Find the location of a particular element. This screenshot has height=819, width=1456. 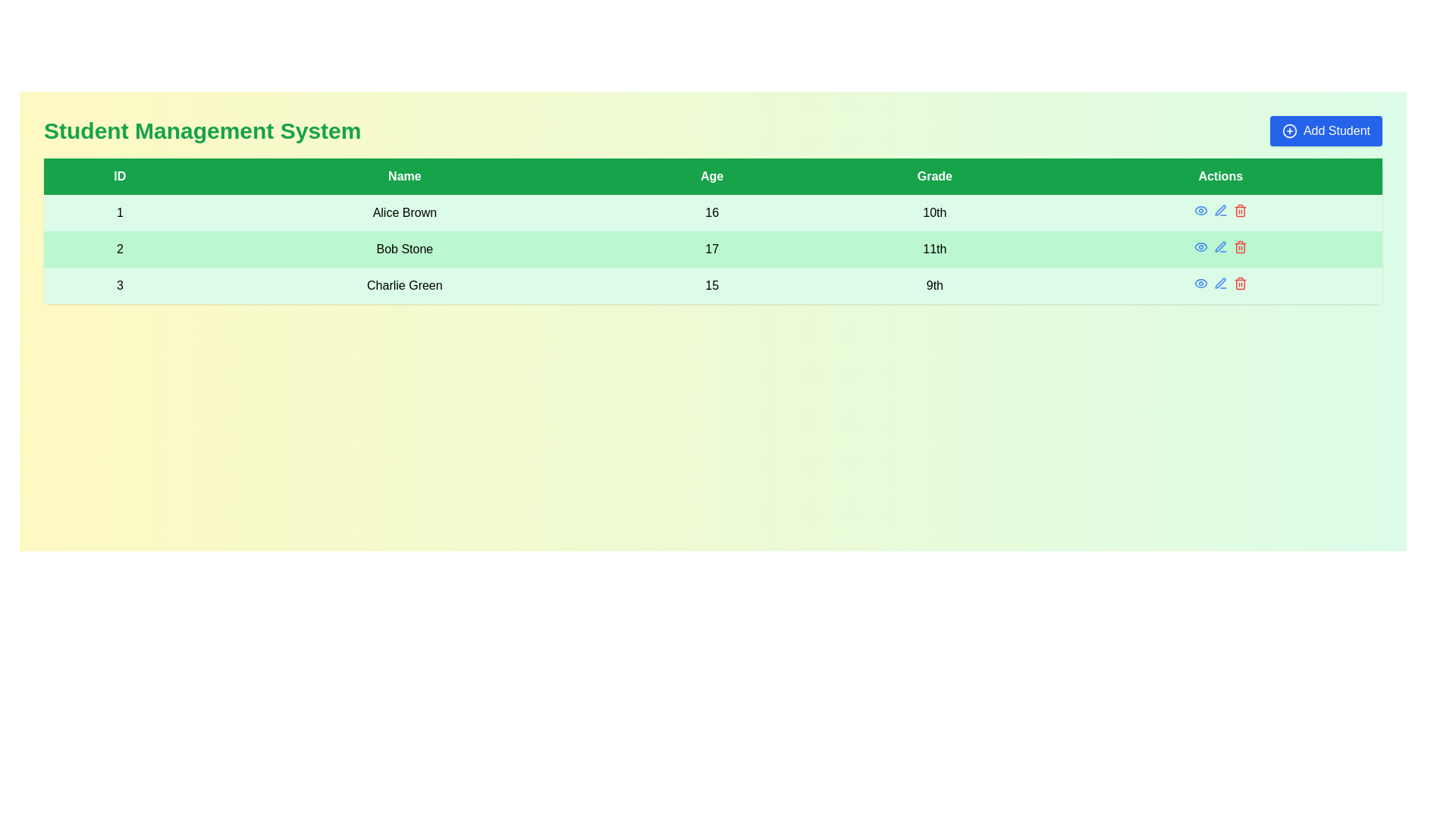

the interactive icon in the 'Actions' column of the table for student 'Bob Stone' is located at coordinates (1200, 210).